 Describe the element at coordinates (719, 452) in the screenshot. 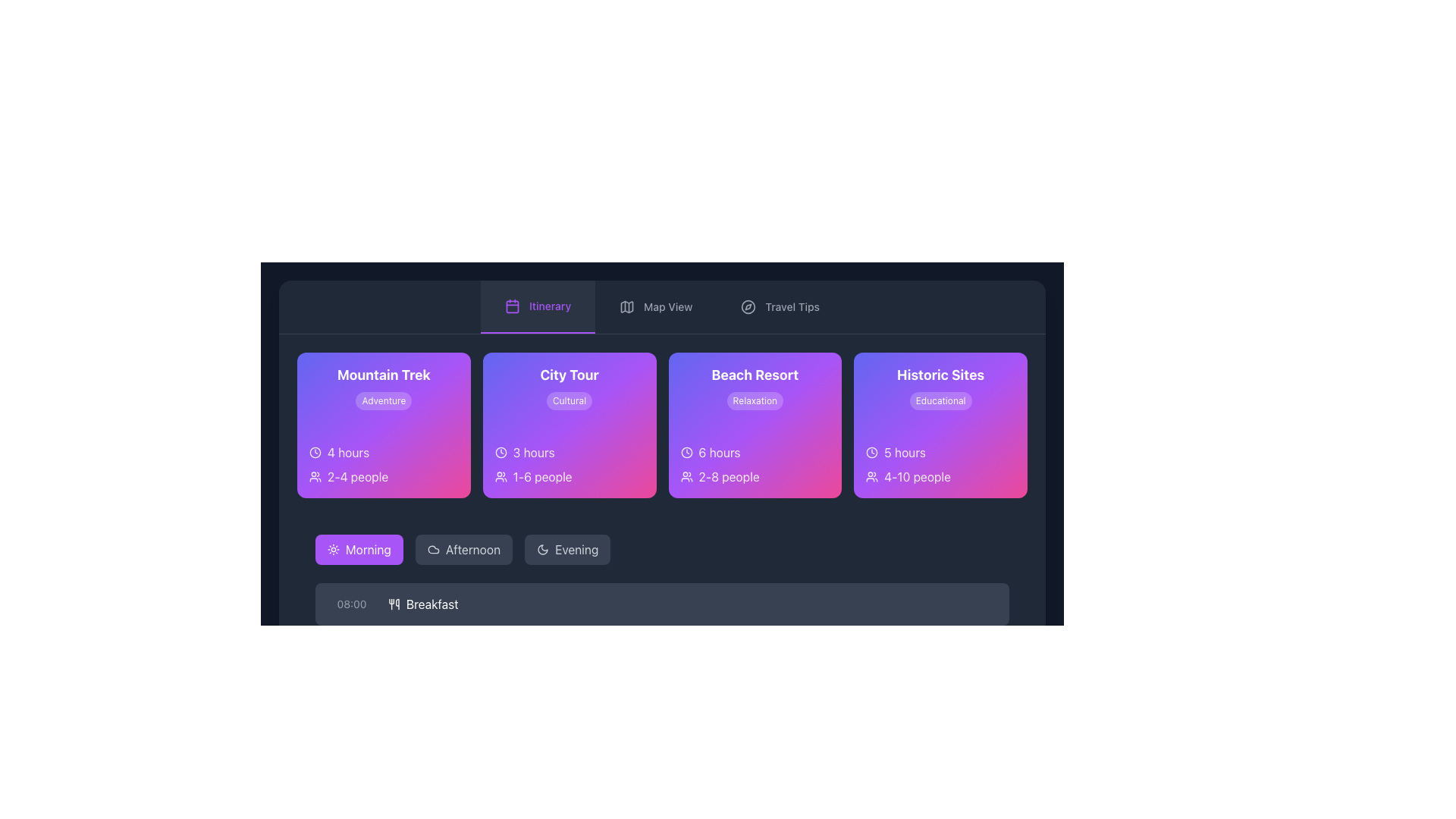

I see `text label that provides information about the duration of the activity or event described in the 'Beach Resort' card, located within the 'Itinerary' tab between 'City Tour' and 'Historic Sites'` at that location.